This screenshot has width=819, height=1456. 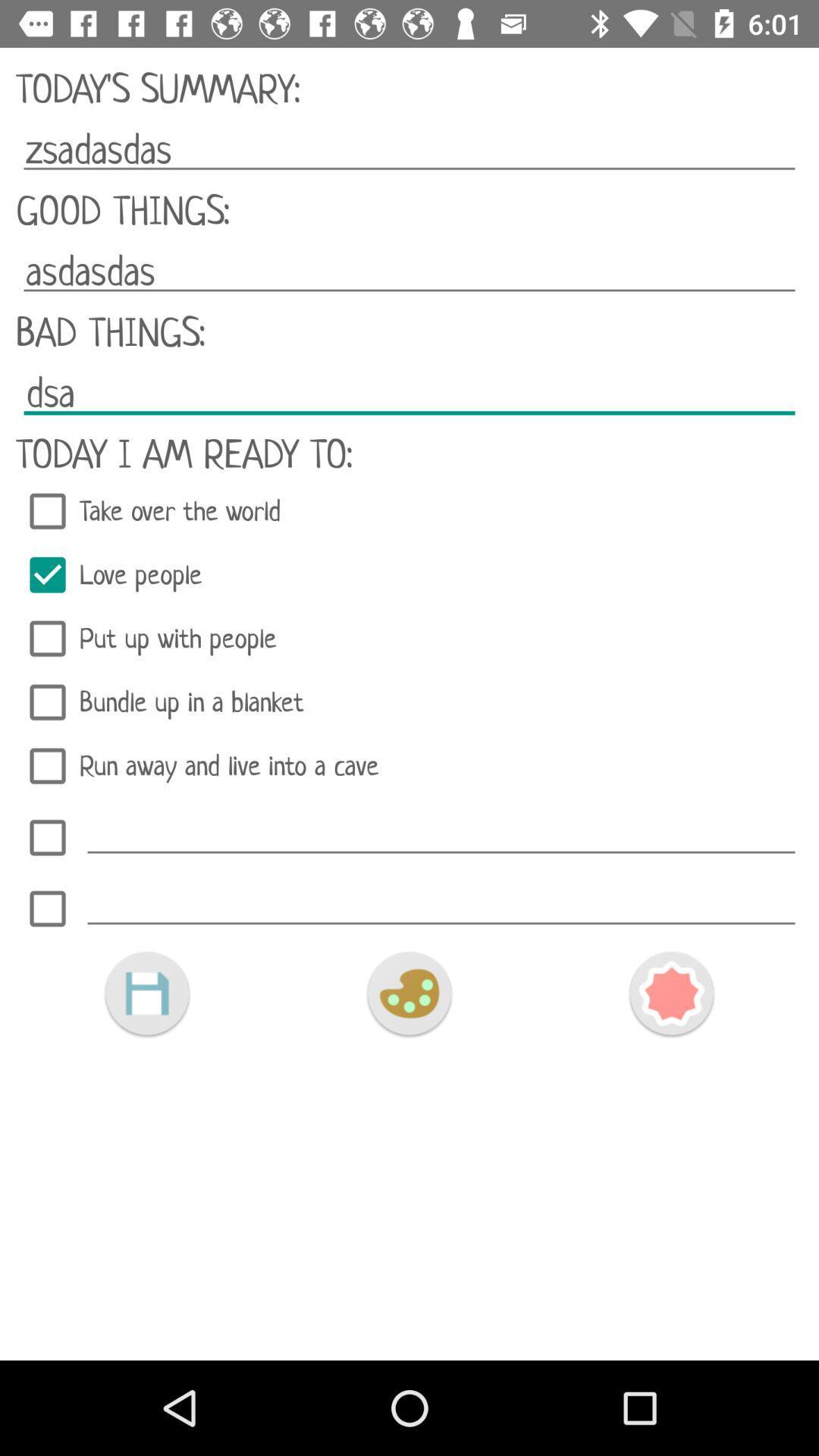 What do you see at coordinates (409, 639) in the screenshot?
I see `the item below love people` at bounding box center [409, 639].